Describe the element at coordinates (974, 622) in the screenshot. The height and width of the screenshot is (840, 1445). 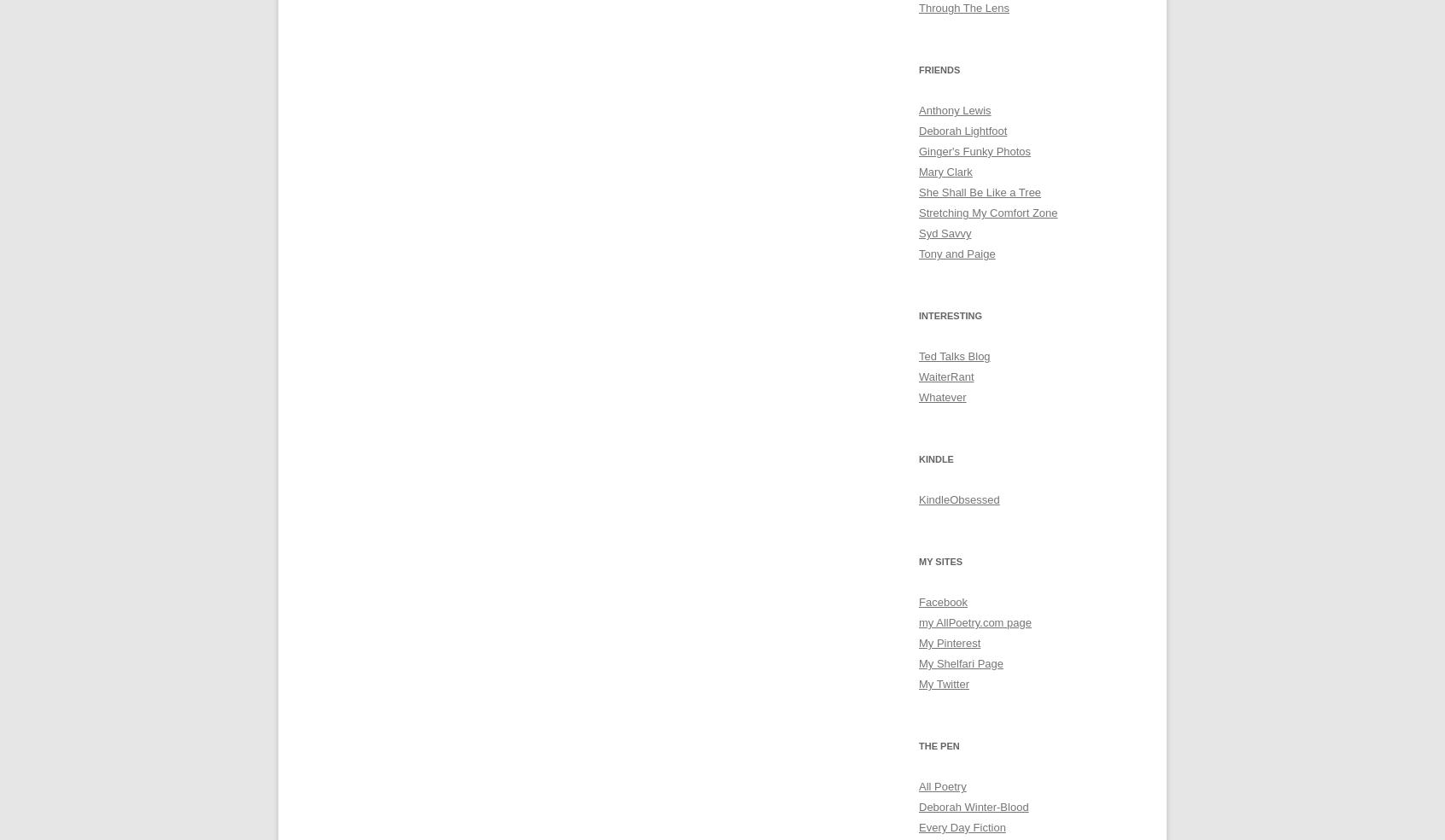
I see `'my AllPoetry.com page'` at that location.